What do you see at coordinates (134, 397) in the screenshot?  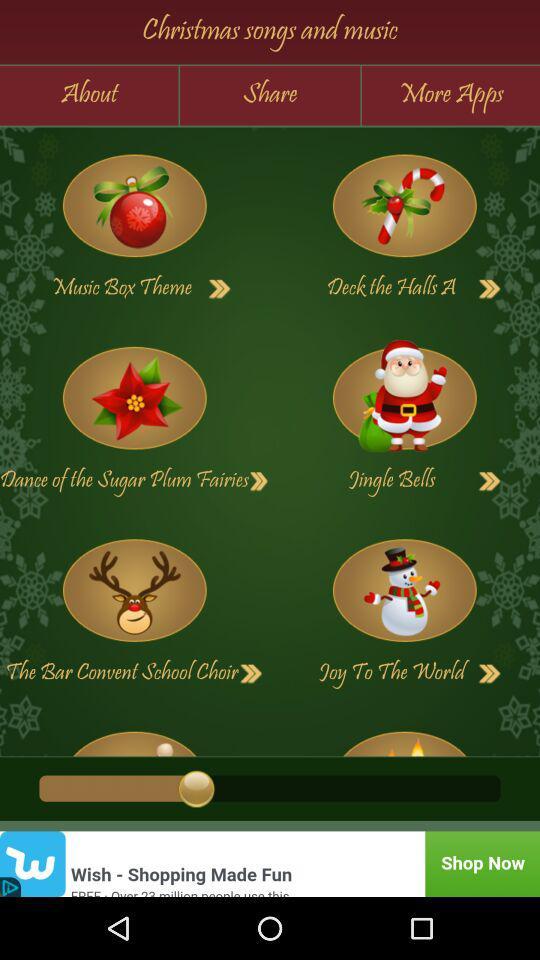 I see `item` at bounding box center [134, 397].